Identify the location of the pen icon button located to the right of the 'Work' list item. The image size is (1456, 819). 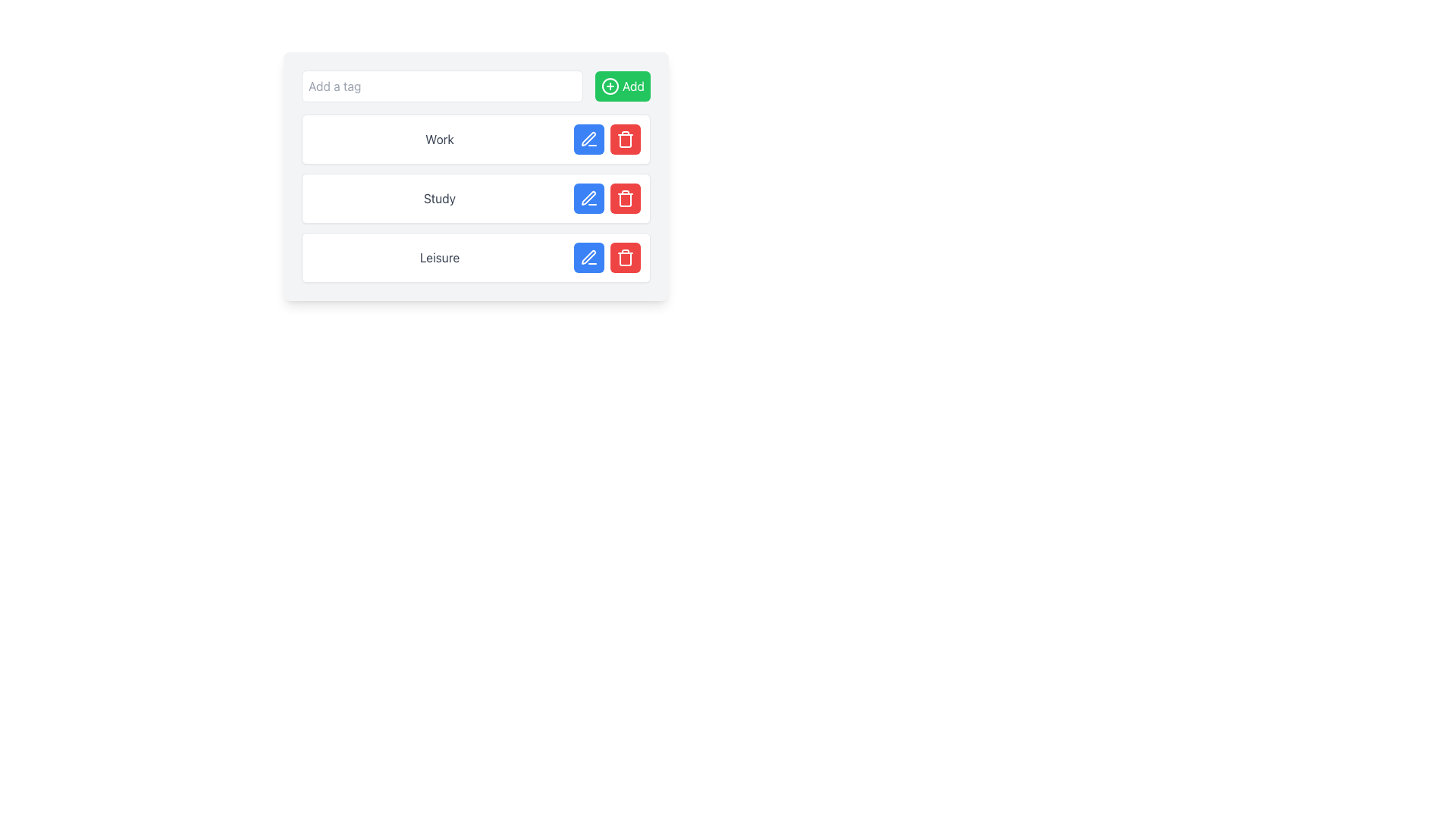
(588, 139).